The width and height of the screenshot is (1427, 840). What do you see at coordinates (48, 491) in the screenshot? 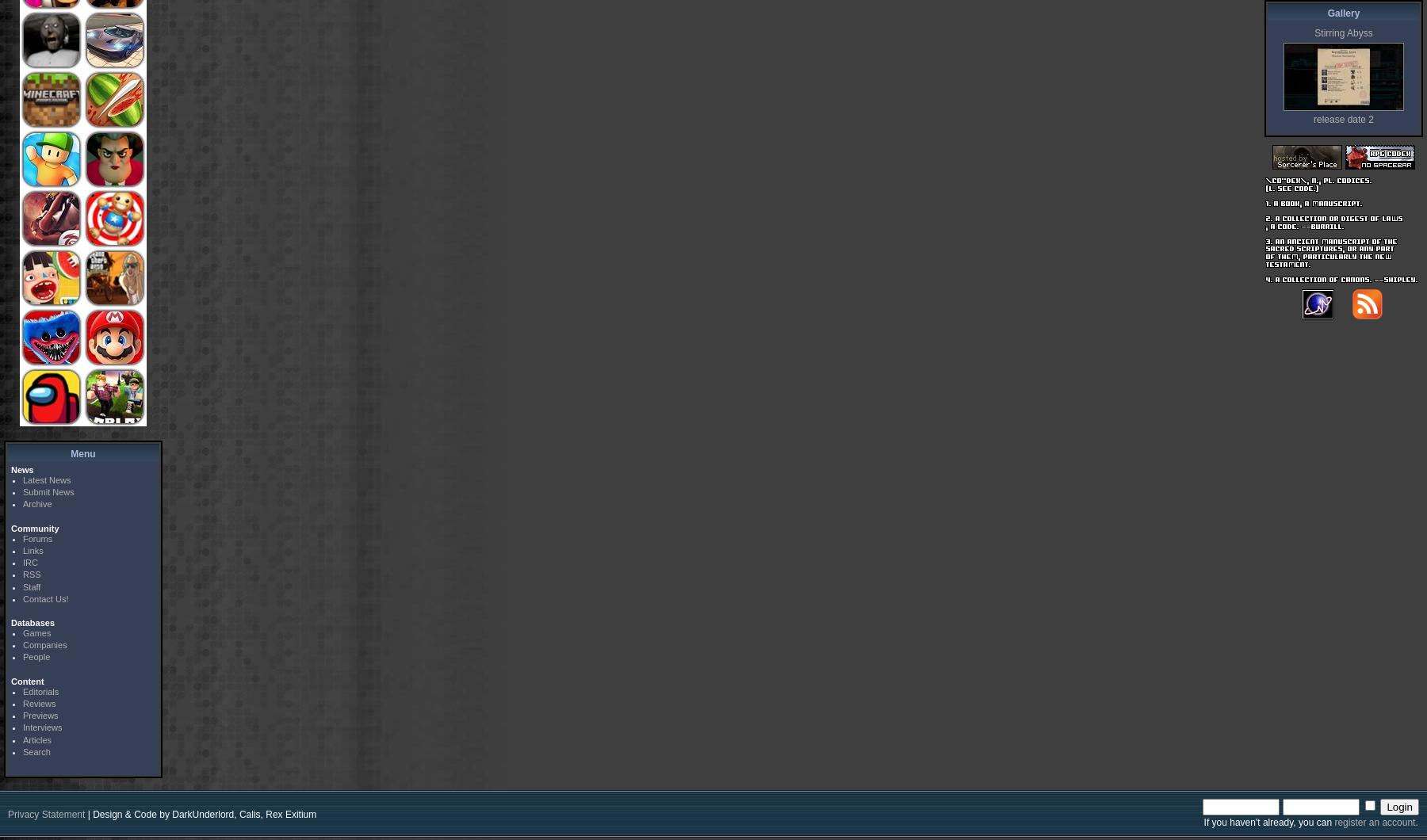
I see `'Submit News'` at bounding box center [48, 491].